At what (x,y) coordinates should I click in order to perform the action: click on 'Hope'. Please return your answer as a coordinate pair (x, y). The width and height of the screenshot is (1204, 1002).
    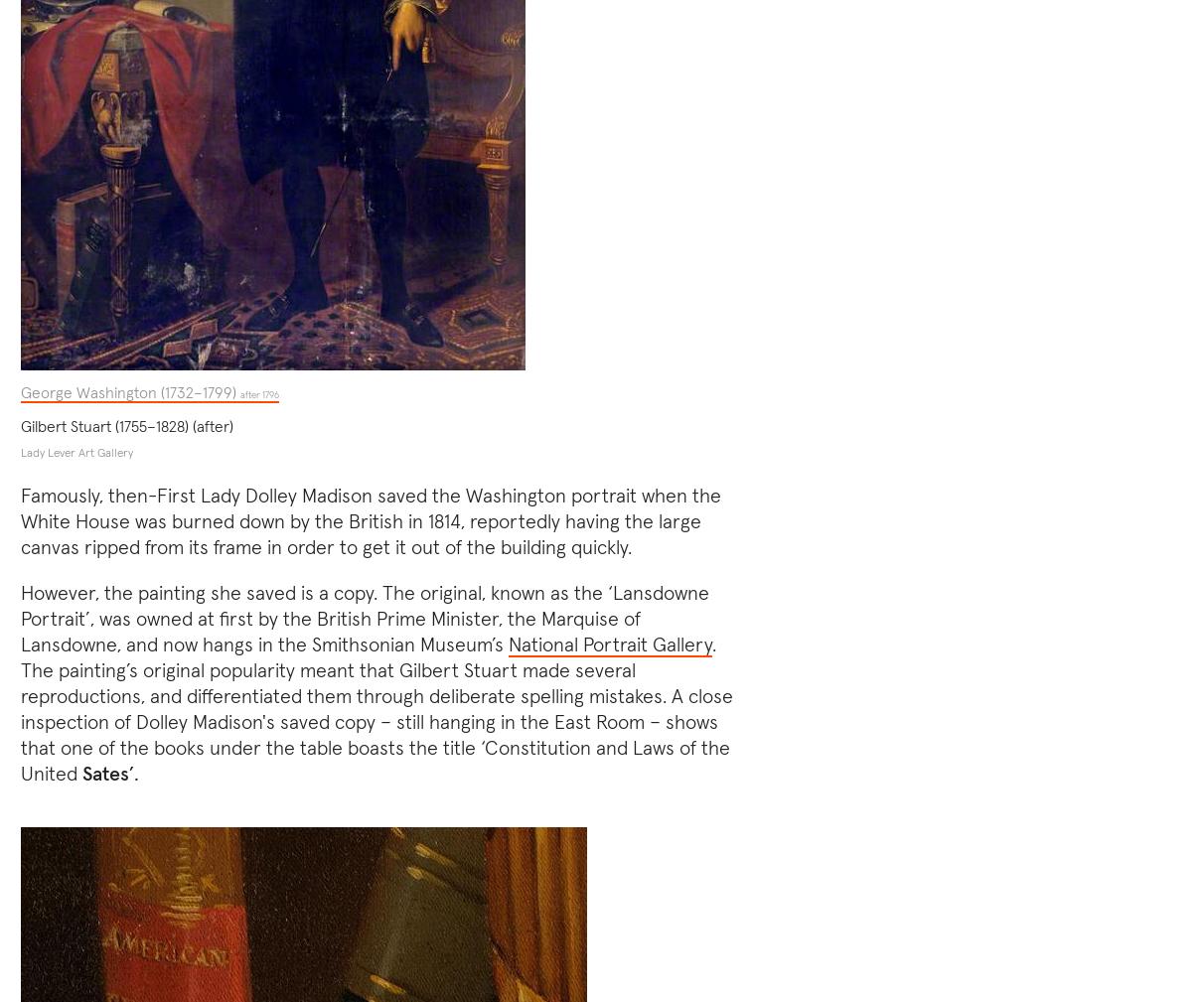
    Looking at the image, I should click on (732, 532).